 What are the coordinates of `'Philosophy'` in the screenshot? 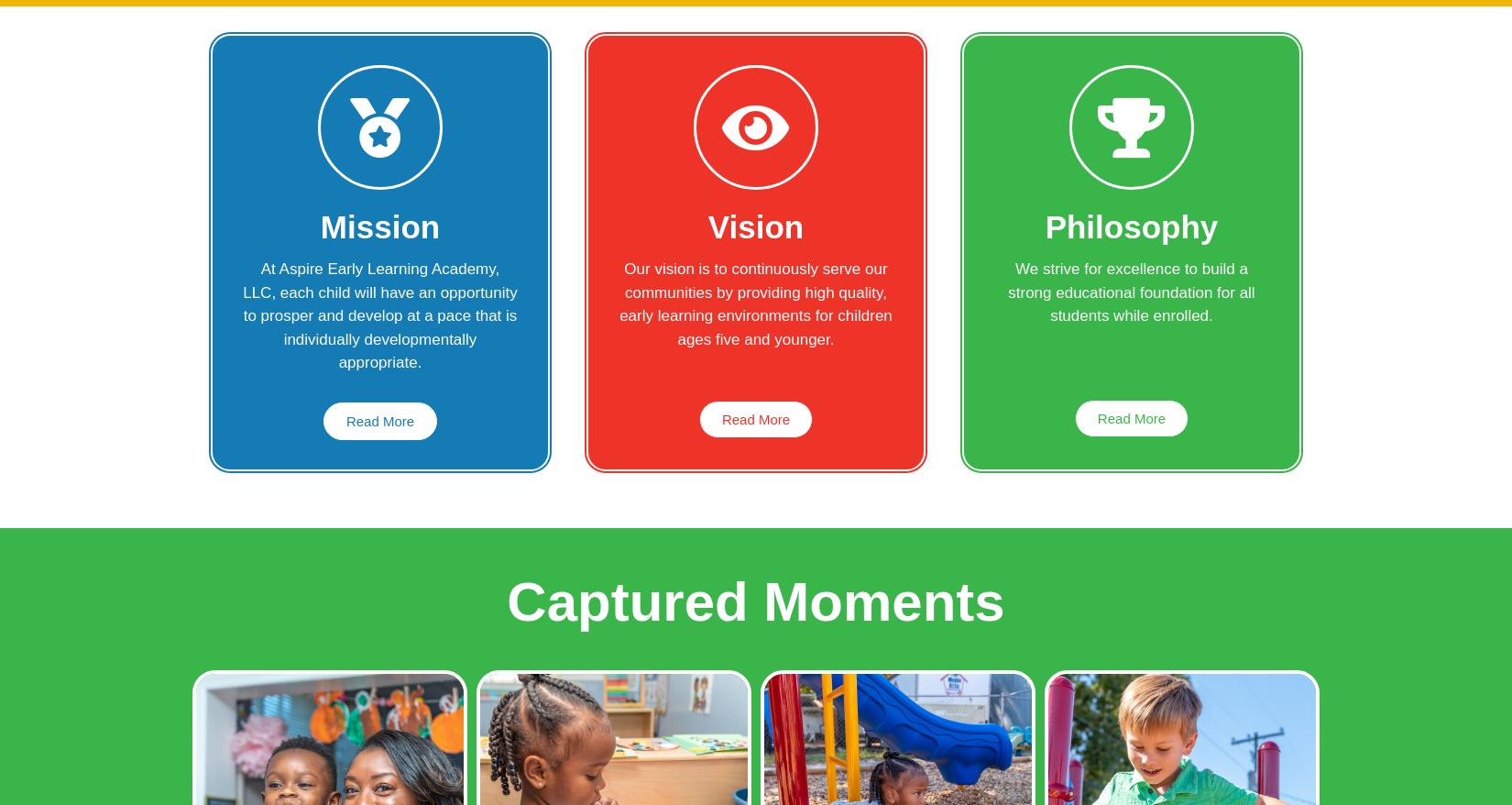 It's located at (1131, 226).